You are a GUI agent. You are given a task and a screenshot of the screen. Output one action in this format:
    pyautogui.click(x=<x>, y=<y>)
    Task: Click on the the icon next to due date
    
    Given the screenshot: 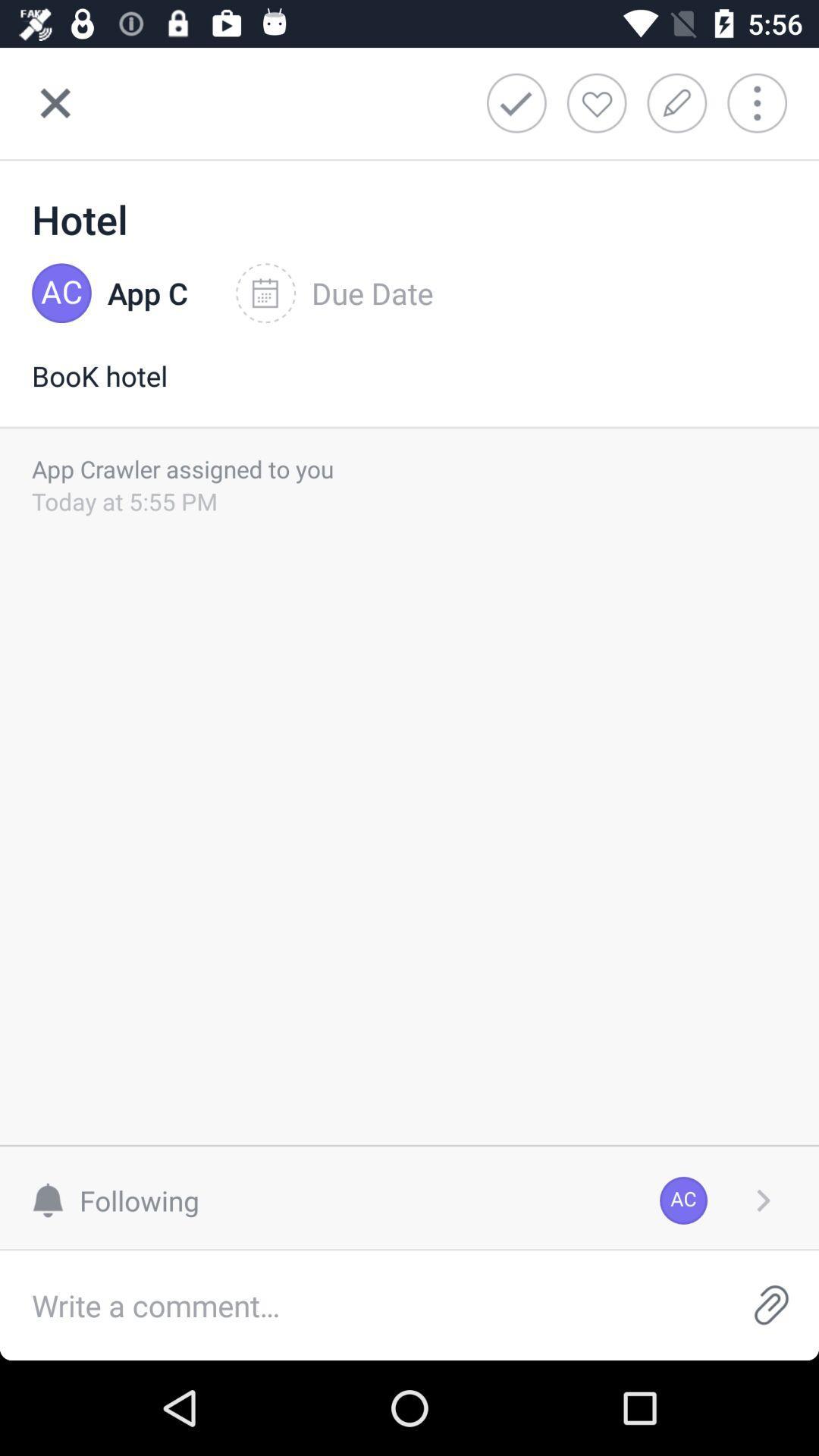 What is the action you would take?
    pyautogui.click(x=148, y=293)
    